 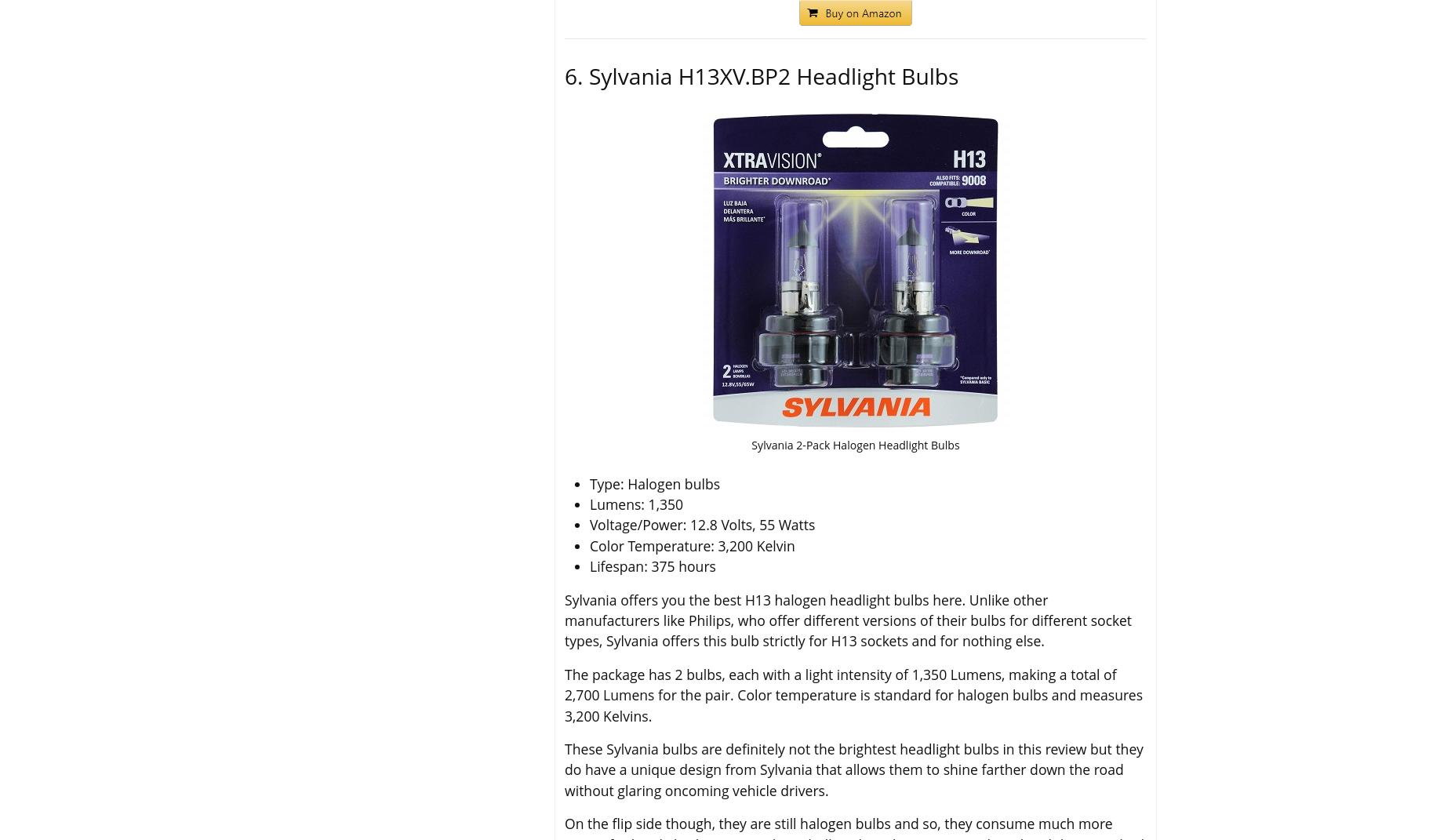 I want to click on 'The package has 2 bulbs, each with a light intensity of 1,350 Lumens, making a total of 2,700 Lumens for the pair. Color temperature is standard for halogen bulbs and measures 3,200 Kelvins.', so click(x=565, y=694).